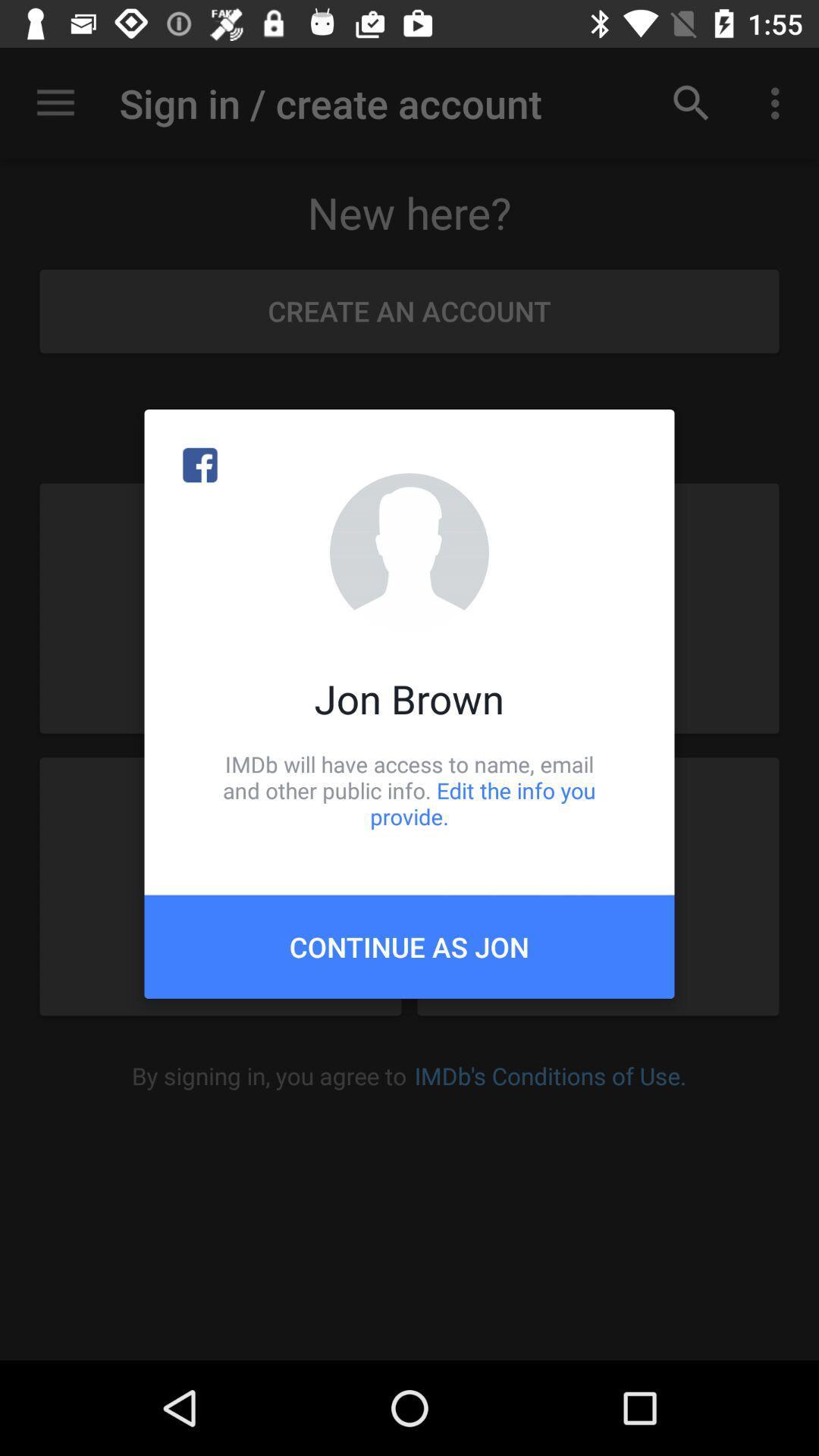 This screenshot has height=1456, width=819. What do you see at coordinates (409, 789) in the screenshot?
I see `imdb will have` at bounding box center [409, 789].